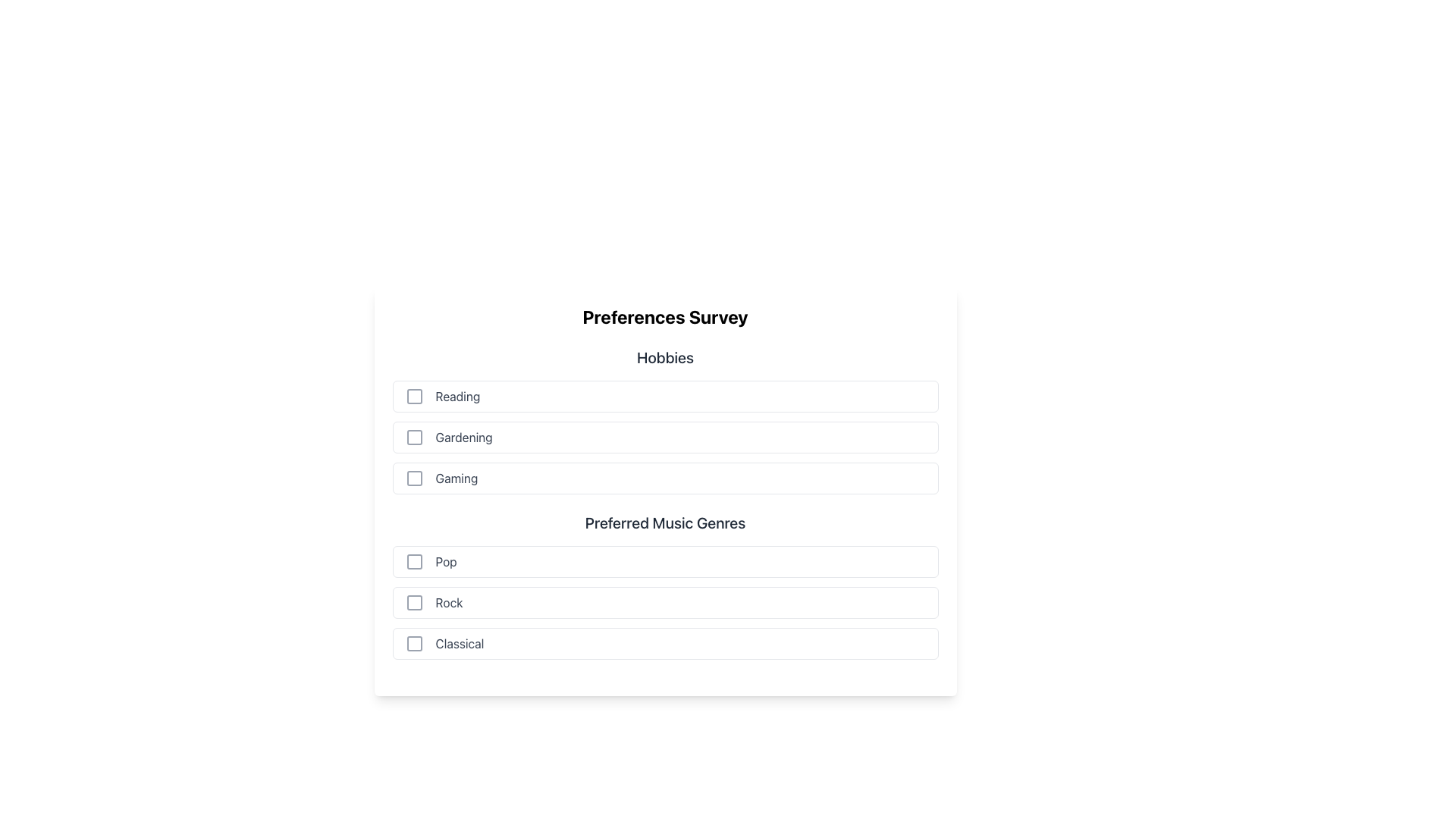 The image size is (1456, 819). I want to click on and understand the meaning of the text label 'Gaming', which is styled in gray and is the third item under the 'Hobbies' category, so click(456, 479).